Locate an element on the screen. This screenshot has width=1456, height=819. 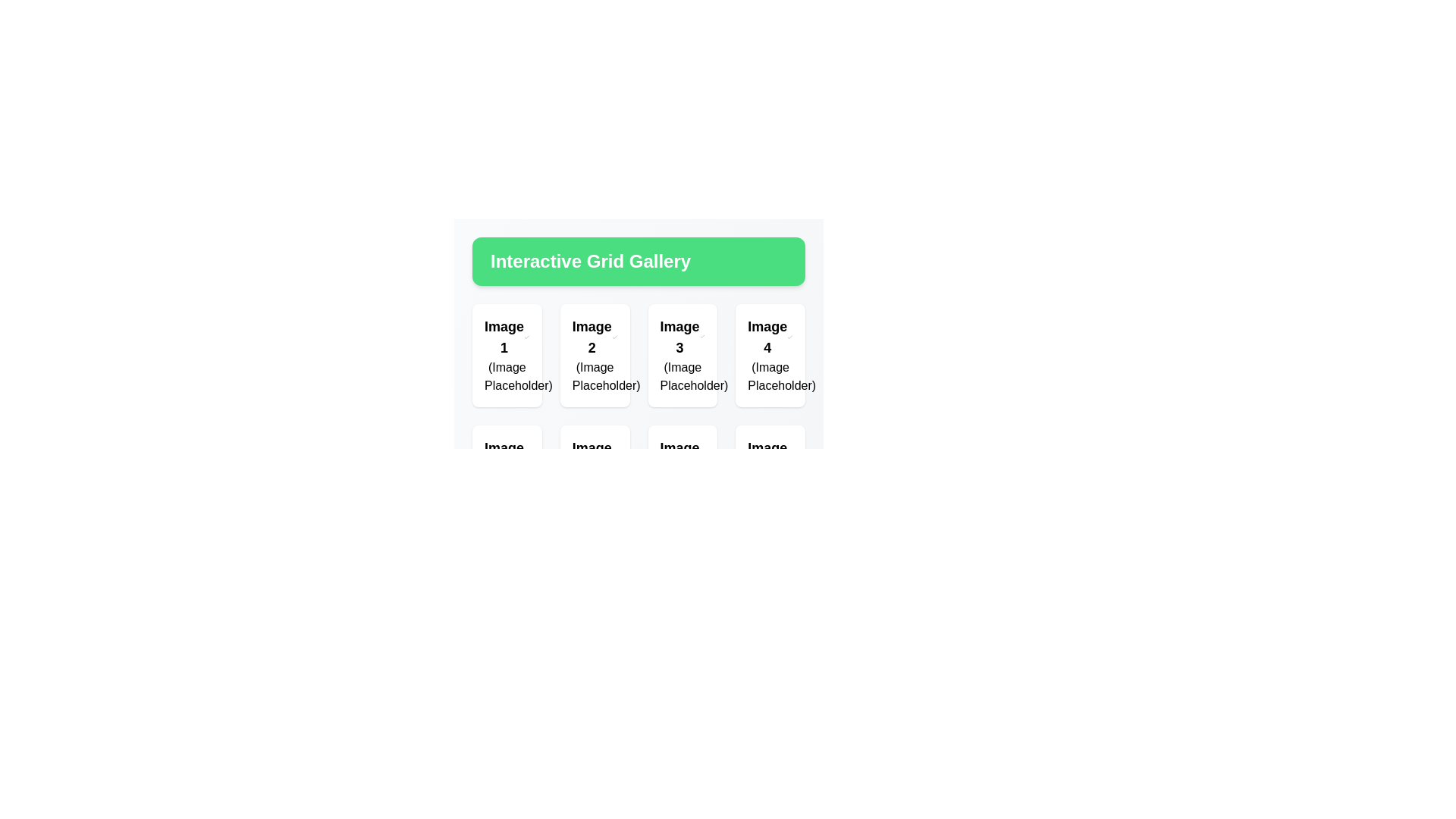
text of the label displaying 'Image 4', which is styled in bold and located in the fourth cell of the grid layout under the 'Interactive Grid Gallery' title is located at coordinates (770, 336).